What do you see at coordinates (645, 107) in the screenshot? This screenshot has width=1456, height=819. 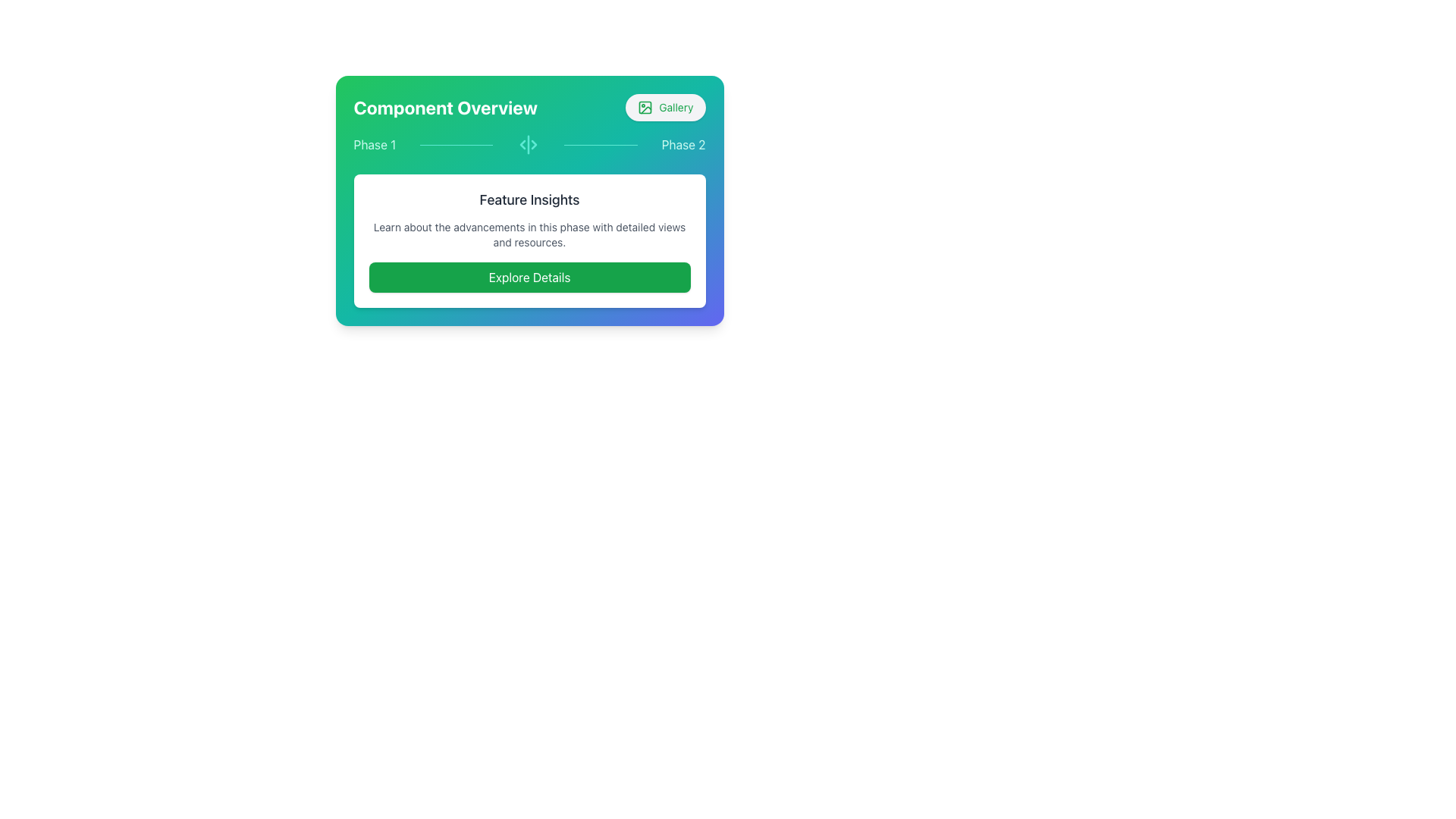 I see `the icon button located to the right of the text 'Gallery' in the header bar, which is a rectangular shape with rounded corners and possibly a green outline` at bounding box center [645, 107].